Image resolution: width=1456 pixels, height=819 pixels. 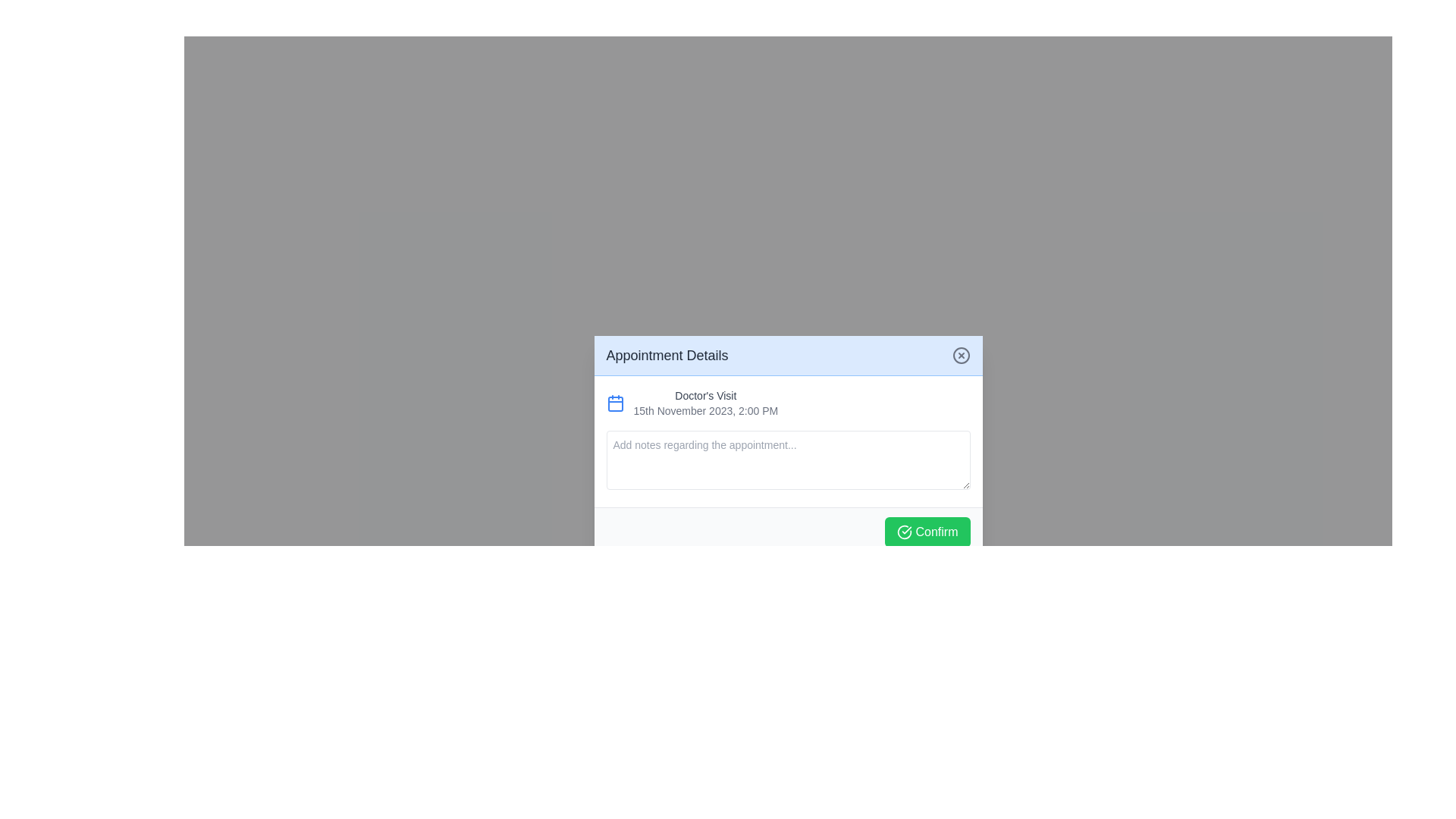 I want to click on the Text label providing information about a scheduled doctor's visit, which is located in the 'Appointment Details' modal, positioned to the right of a blue calendar icon and above a text input field for notes, so click(x=704, y=402).